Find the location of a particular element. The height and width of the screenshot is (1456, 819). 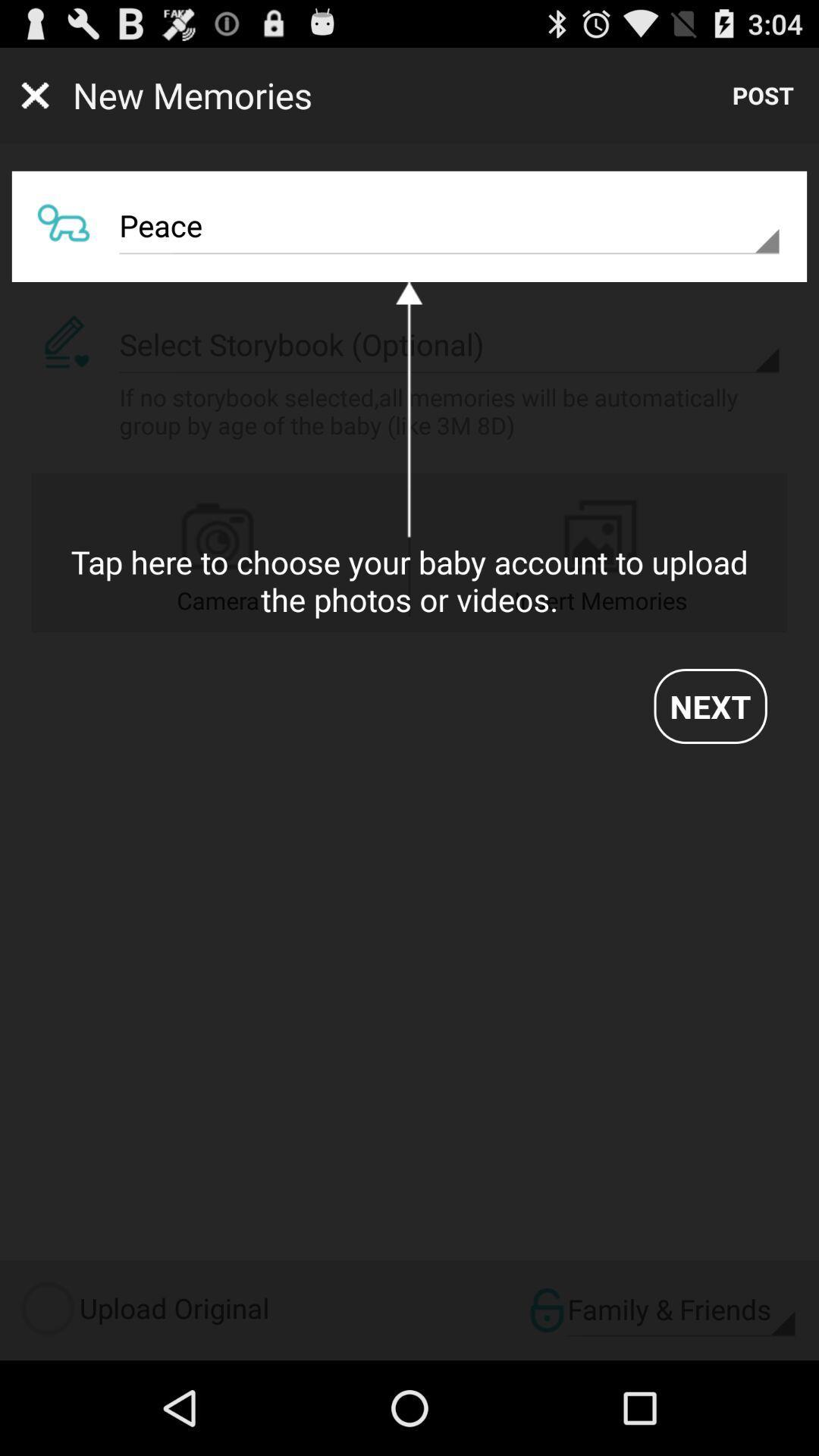

next item is located at coordinates (711, 705).